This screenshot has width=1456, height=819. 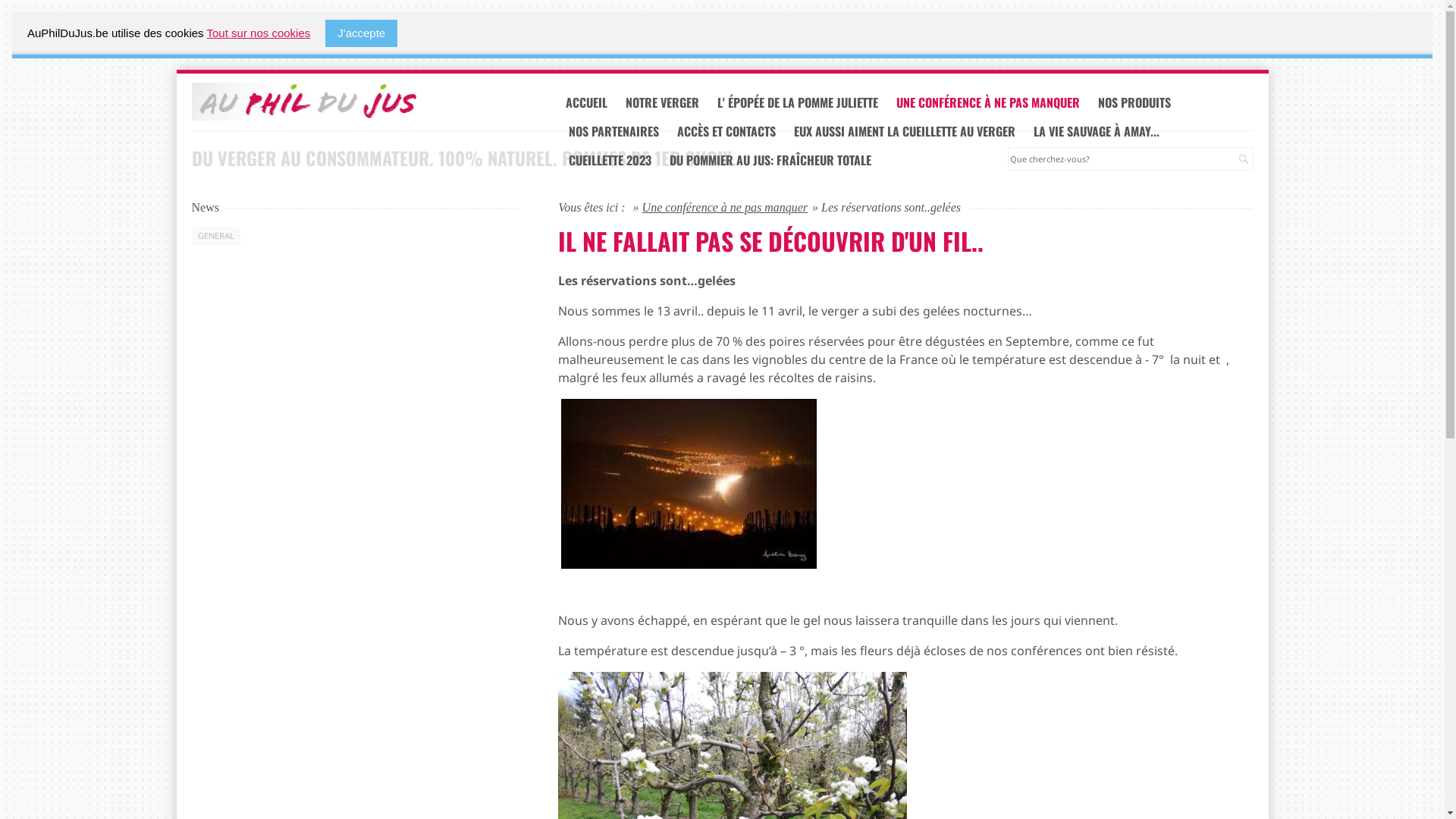 What do you see at coordinates (1132, 102) in the screenshot?
I see `'NOS PRODUITS'` at bounding box center [1132, 102].